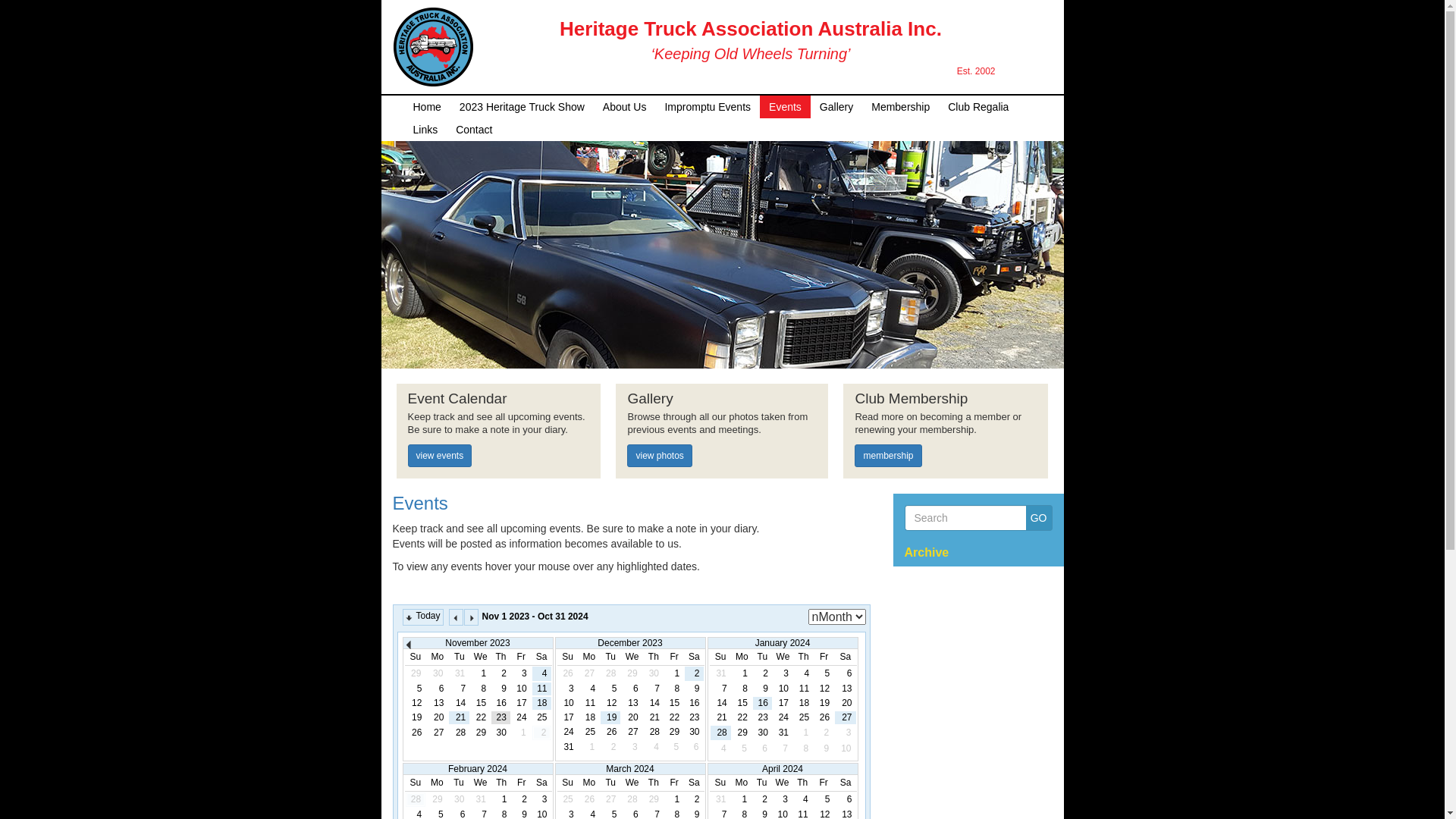  What do you see at coordinates (659, 455) in the screenshot?
I see `'view photos'` at bounding box center [659, 455].